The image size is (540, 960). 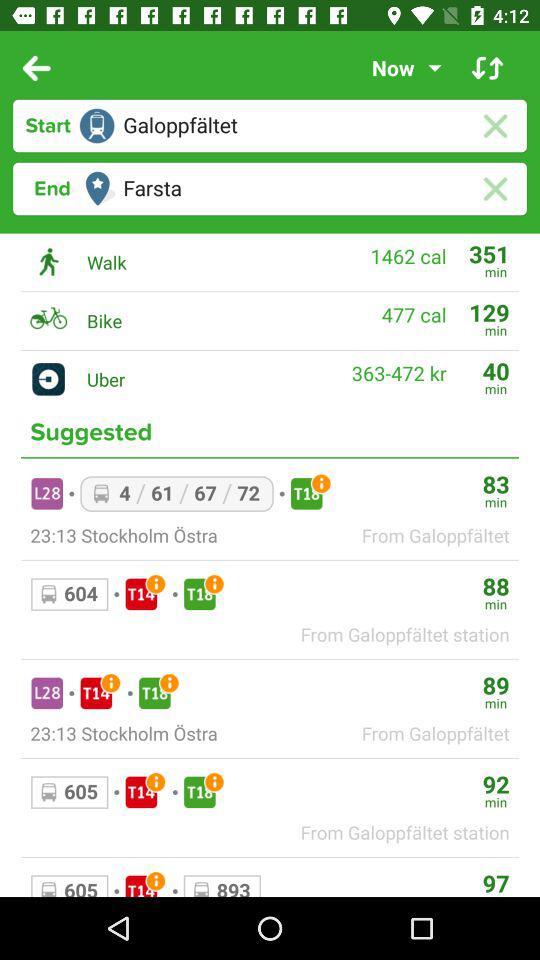 What do you see at coordinates (486, 68) in the screenshot?
I see `refresh list option` at bounding box center [486, 68].